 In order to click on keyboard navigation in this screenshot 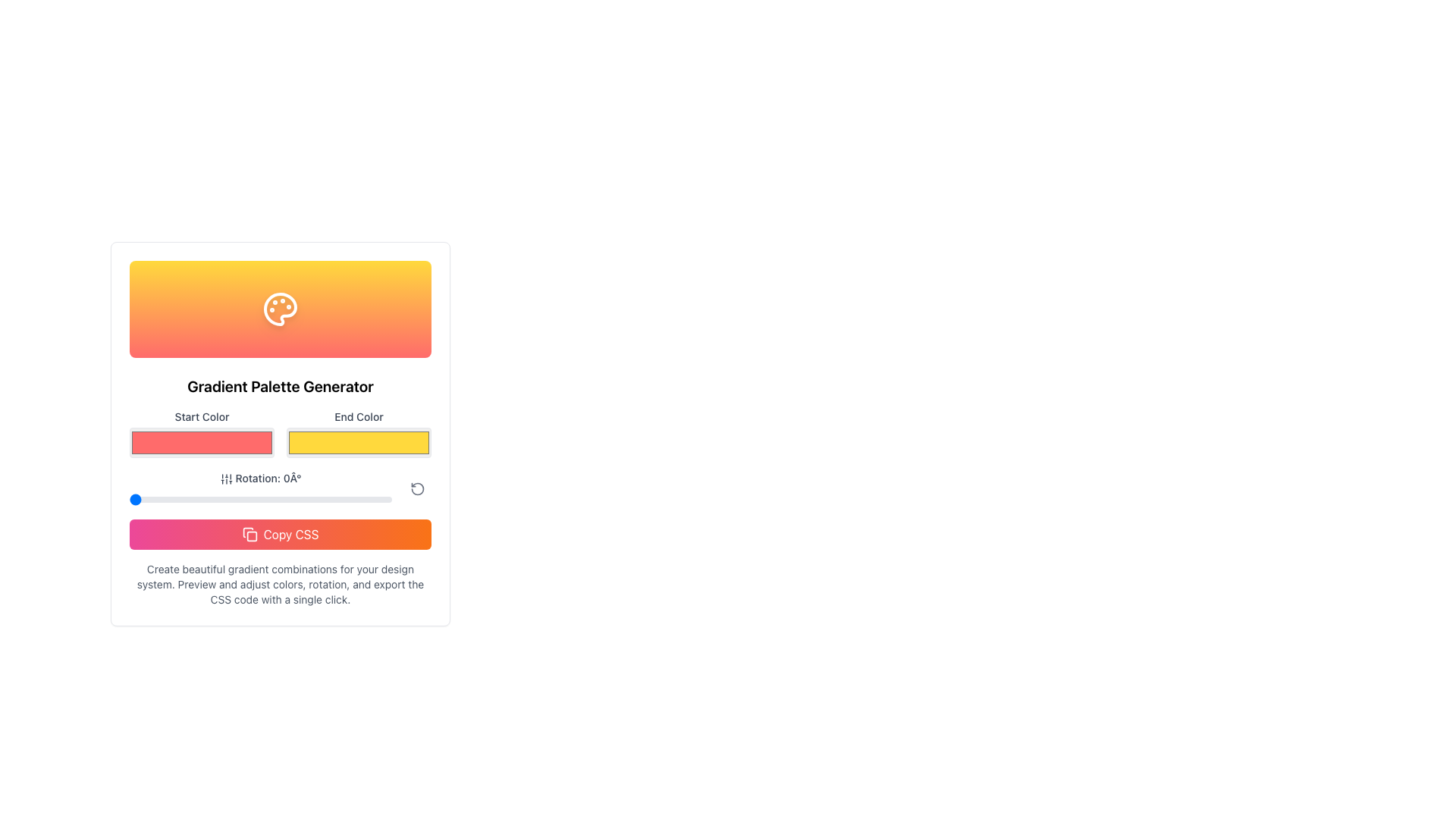, I will do `click(358, 442)`.